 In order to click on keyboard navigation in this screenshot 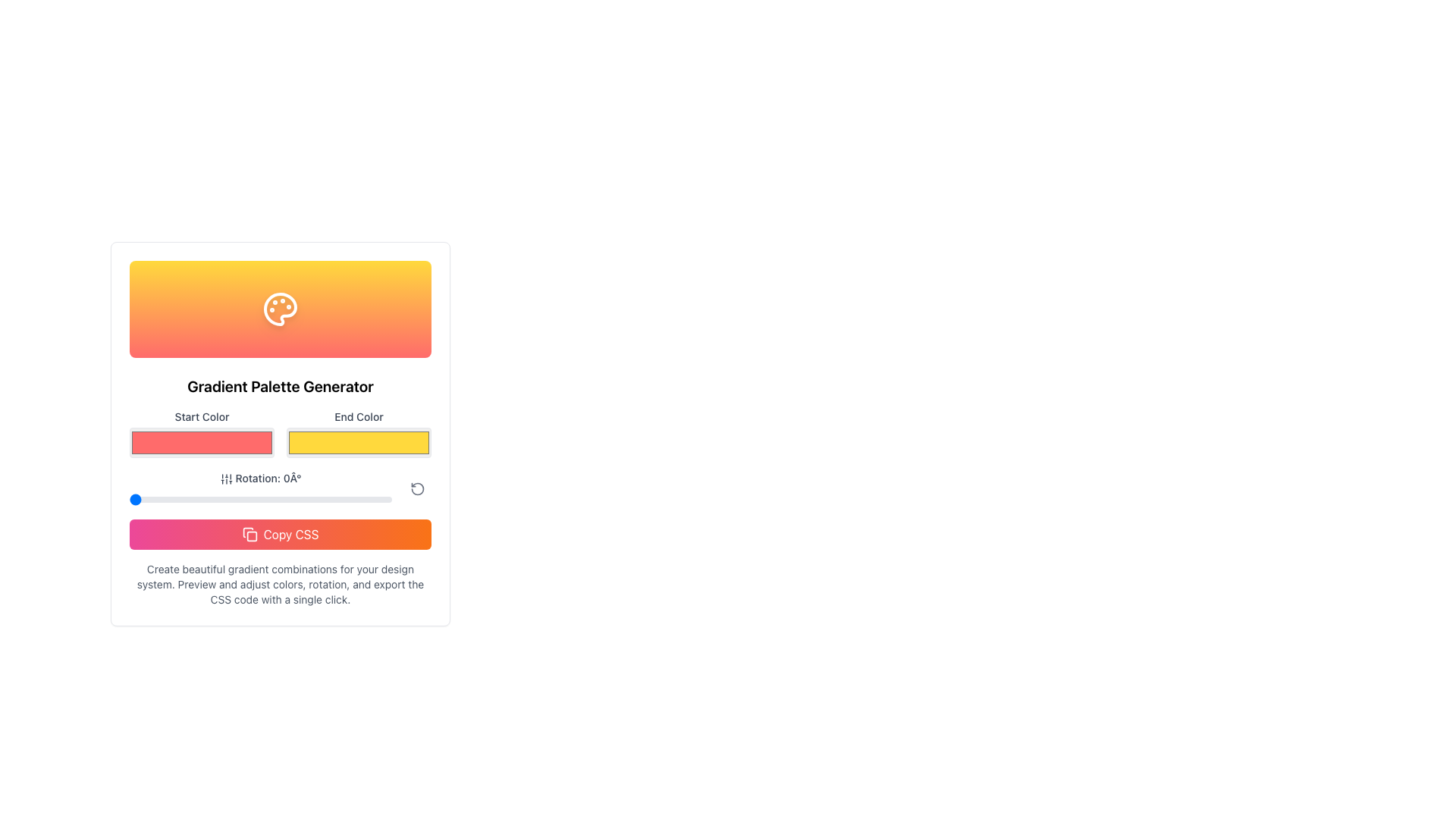, I will do `click(358, 442)`.